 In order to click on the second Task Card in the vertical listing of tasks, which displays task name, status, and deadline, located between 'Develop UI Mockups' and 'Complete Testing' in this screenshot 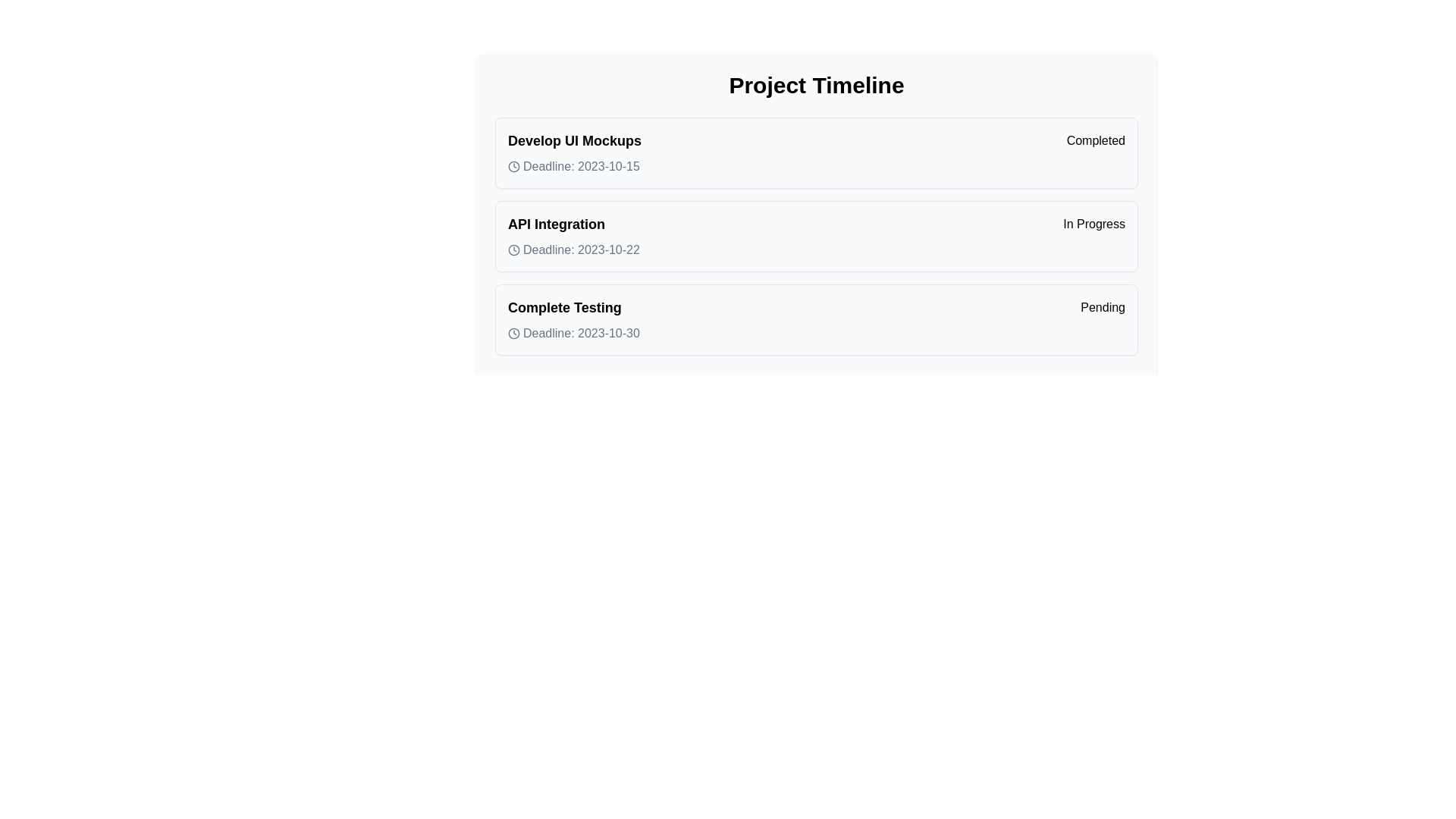, I will do `click(815, 237)`.